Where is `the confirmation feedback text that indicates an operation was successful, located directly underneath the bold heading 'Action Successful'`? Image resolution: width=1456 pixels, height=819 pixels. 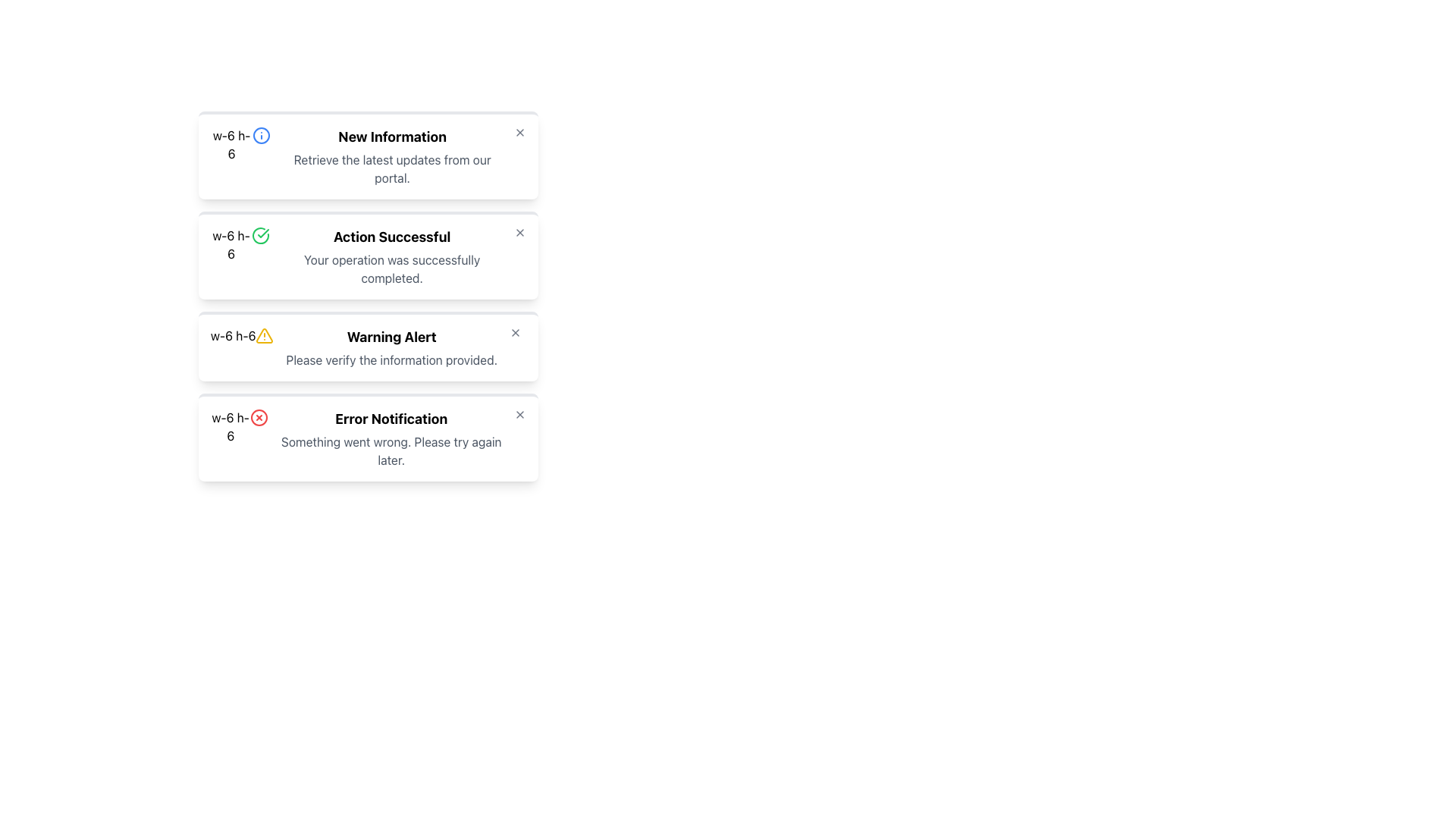 the confirmation feedback text that indicates an operation was successful, located directly underneath the bold heading 'Action Successful' is located at coordinates (392, 268).